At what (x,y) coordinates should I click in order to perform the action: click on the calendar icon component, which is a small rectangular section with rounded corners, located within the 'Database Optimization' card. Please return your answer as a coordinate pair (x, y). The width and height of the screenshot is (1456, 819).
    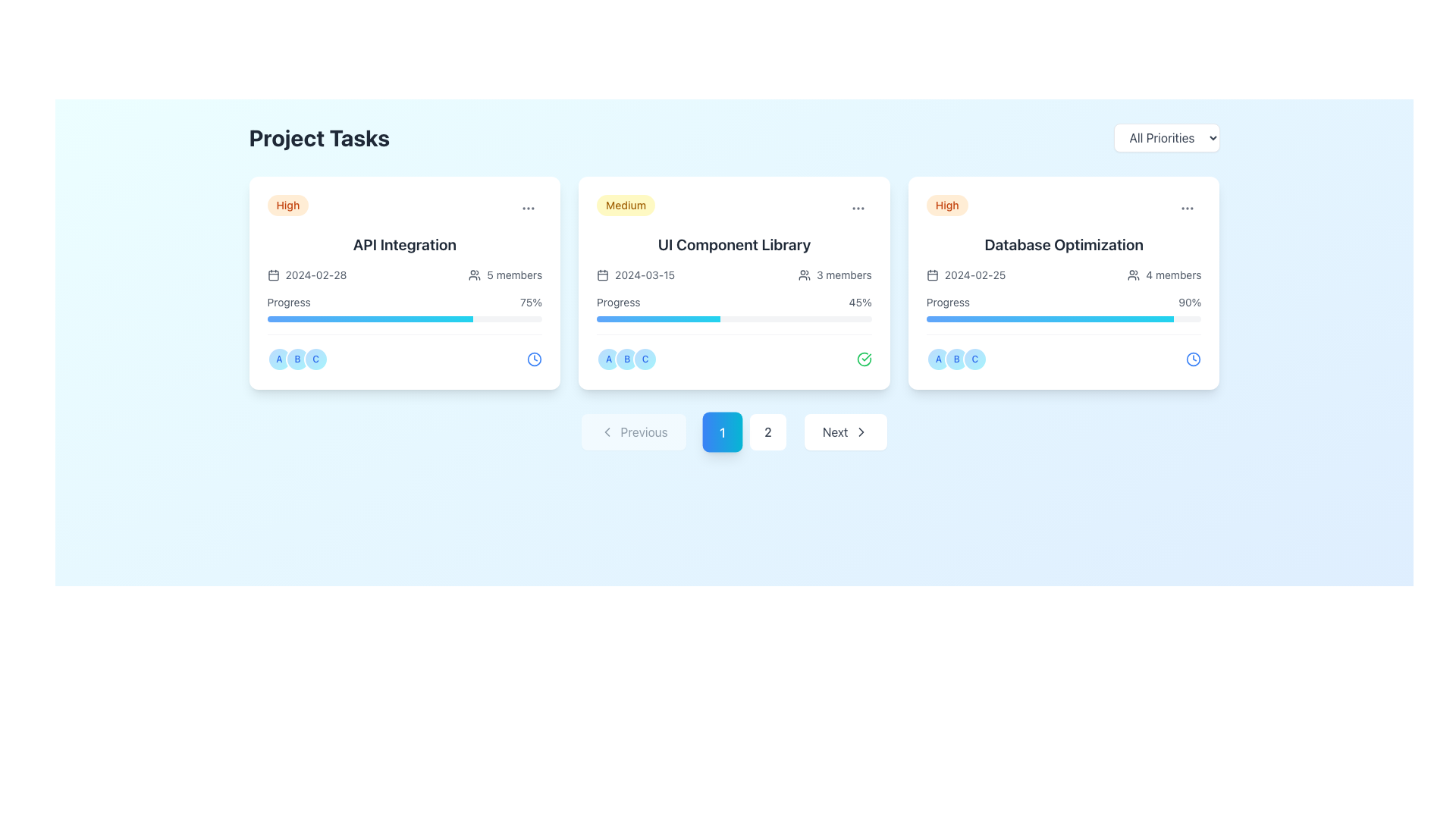
    Looking at the image, I should click on (931, 275).